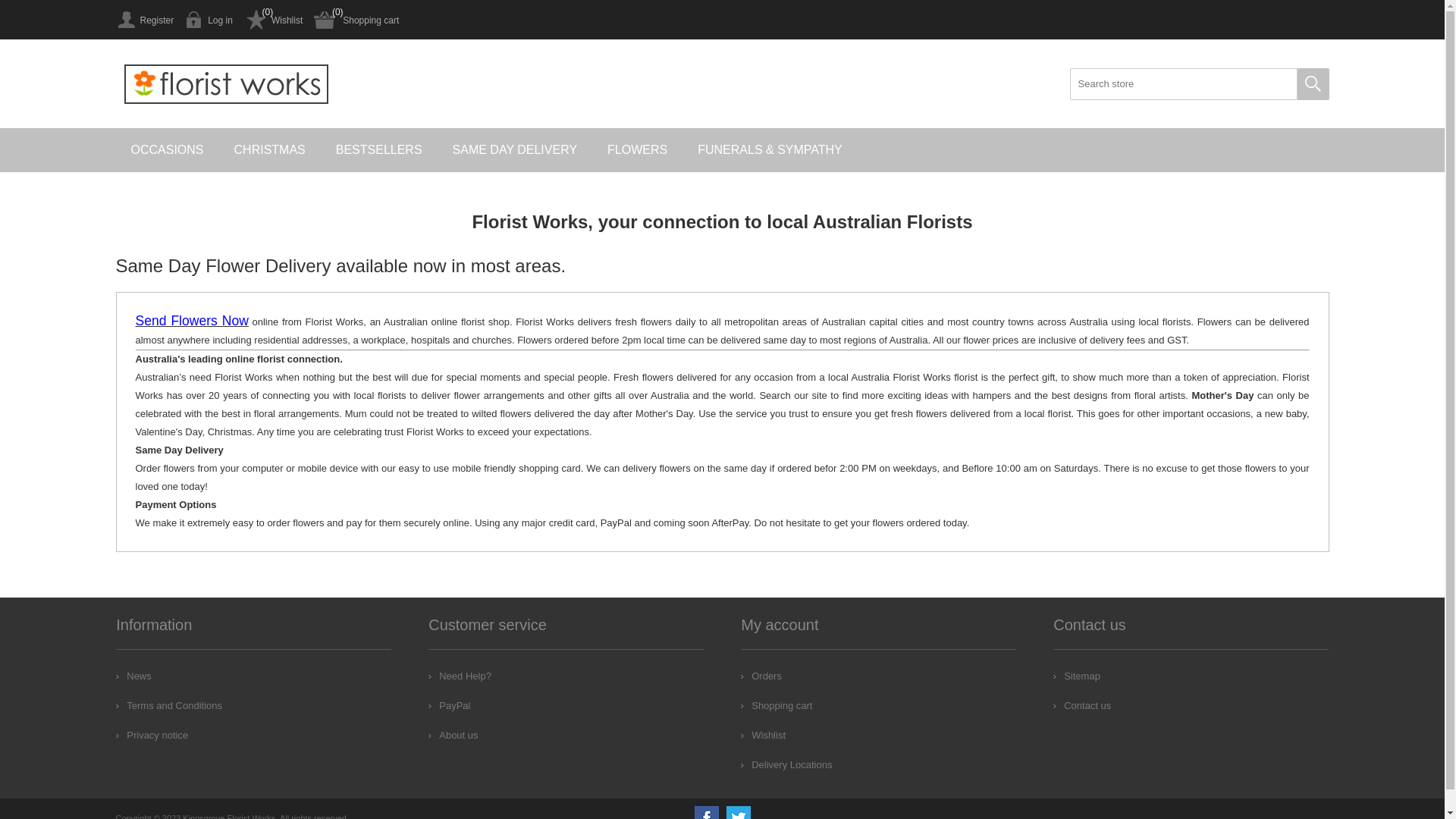 The height and width of the screenshot is (819, 1456). What do you see at coordinates (448, 705) in the screenshot?
I see `'PayPal'` at bounding box center [448, 705].